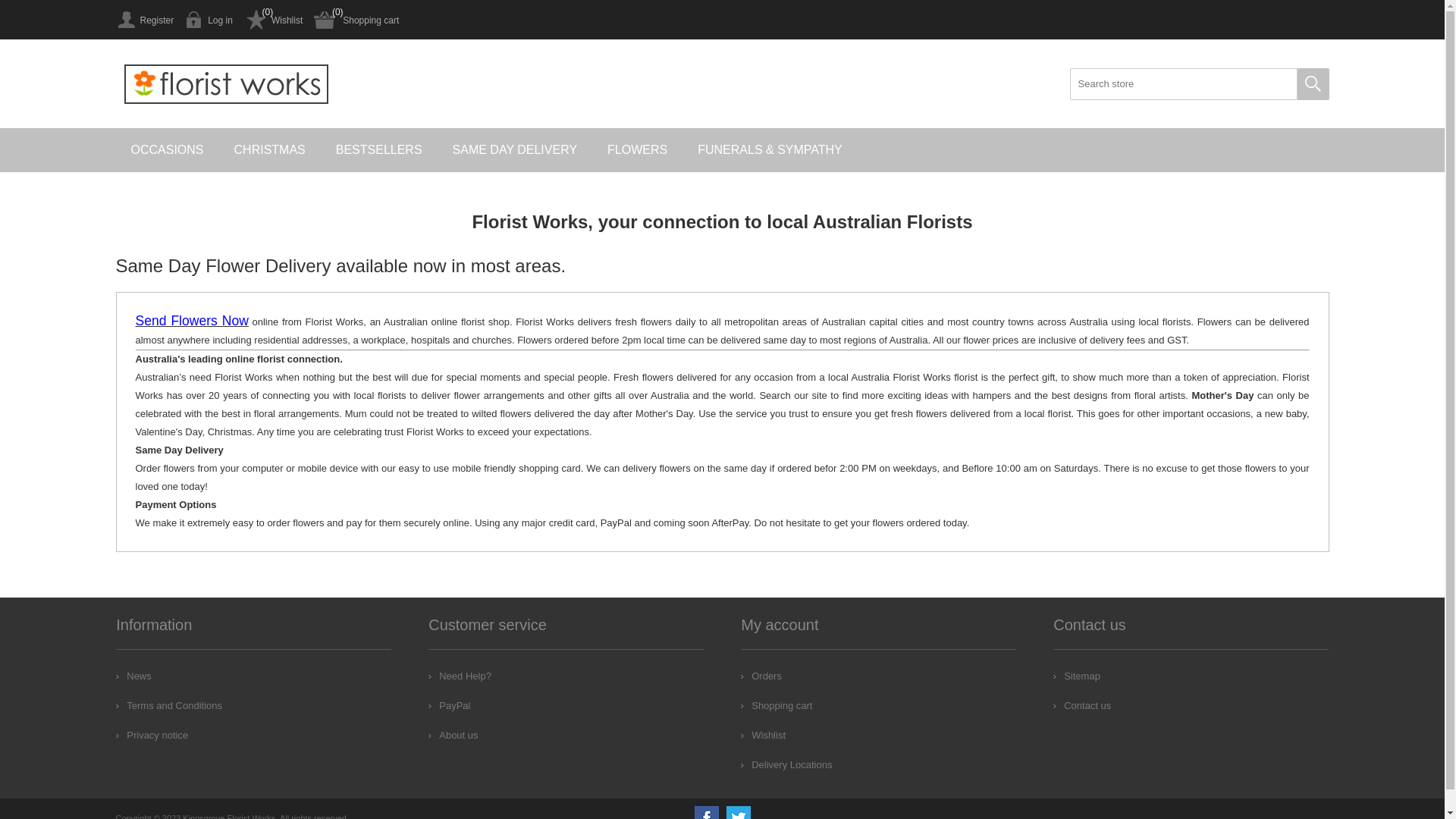 The height and width of the screenshot is (819, 1456). What do you see at coordinates (448, 705) in the screenshot?
I see `'PayPal'` at bounding box center [448, 705].